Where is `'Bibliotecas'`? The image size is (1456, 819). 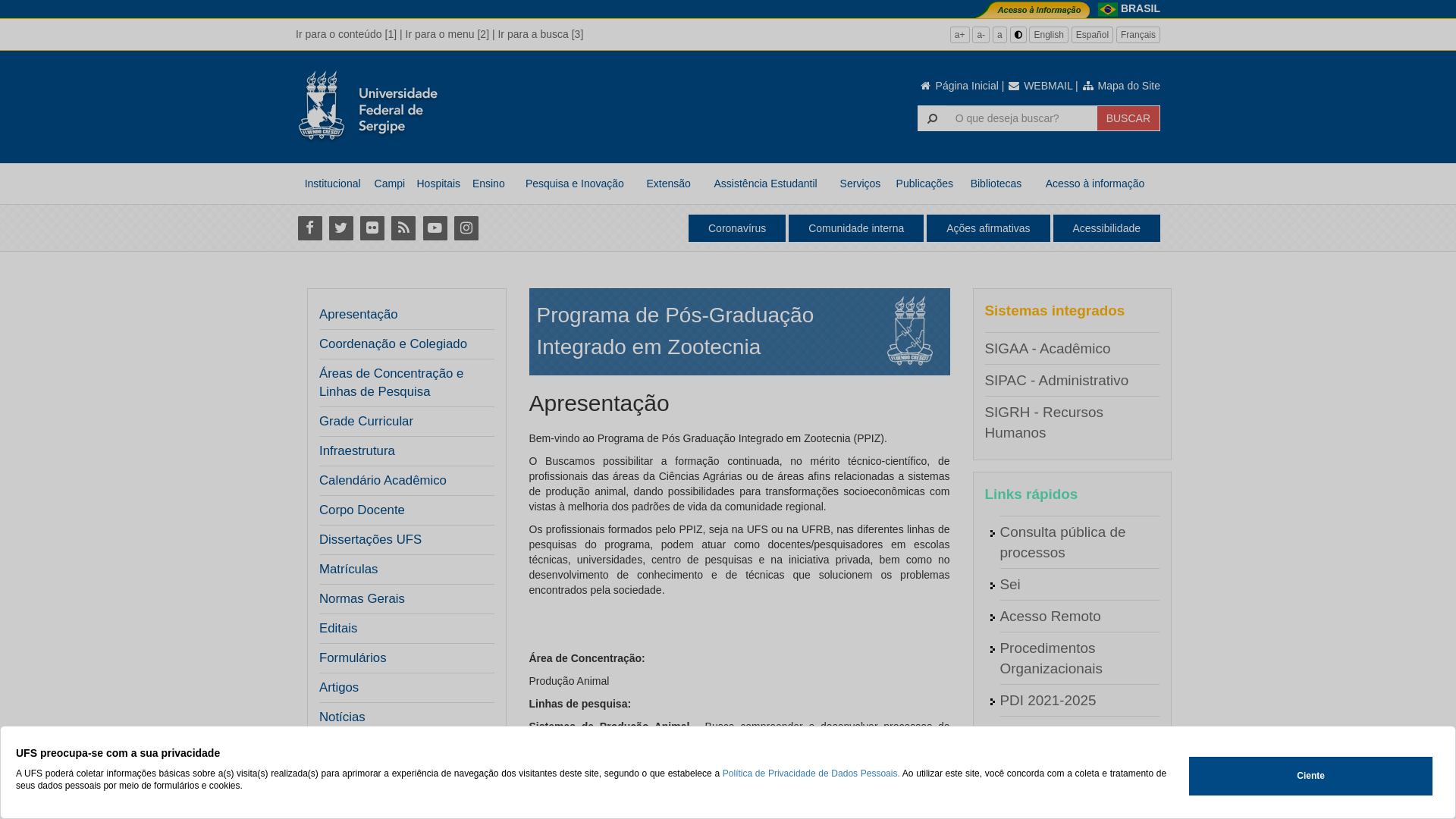
'Bibliotecas' is located at coordinates (996, 183).